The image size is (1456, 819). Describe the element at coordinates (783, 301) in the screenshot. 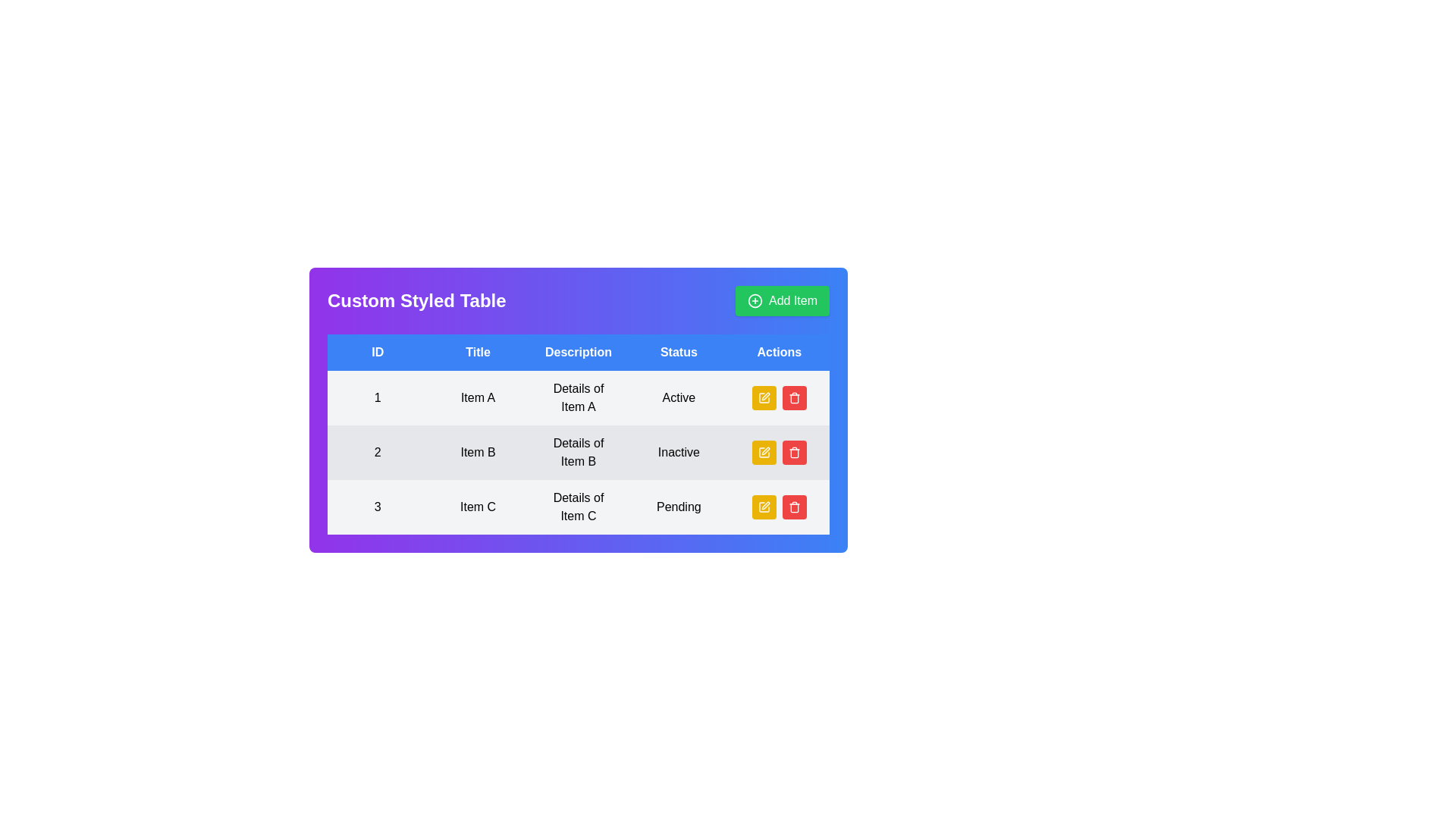

I see `the green rectangular button labeled 'Add Item' located at the top-right corner of the 'Custom Styled Table' header` at that location.